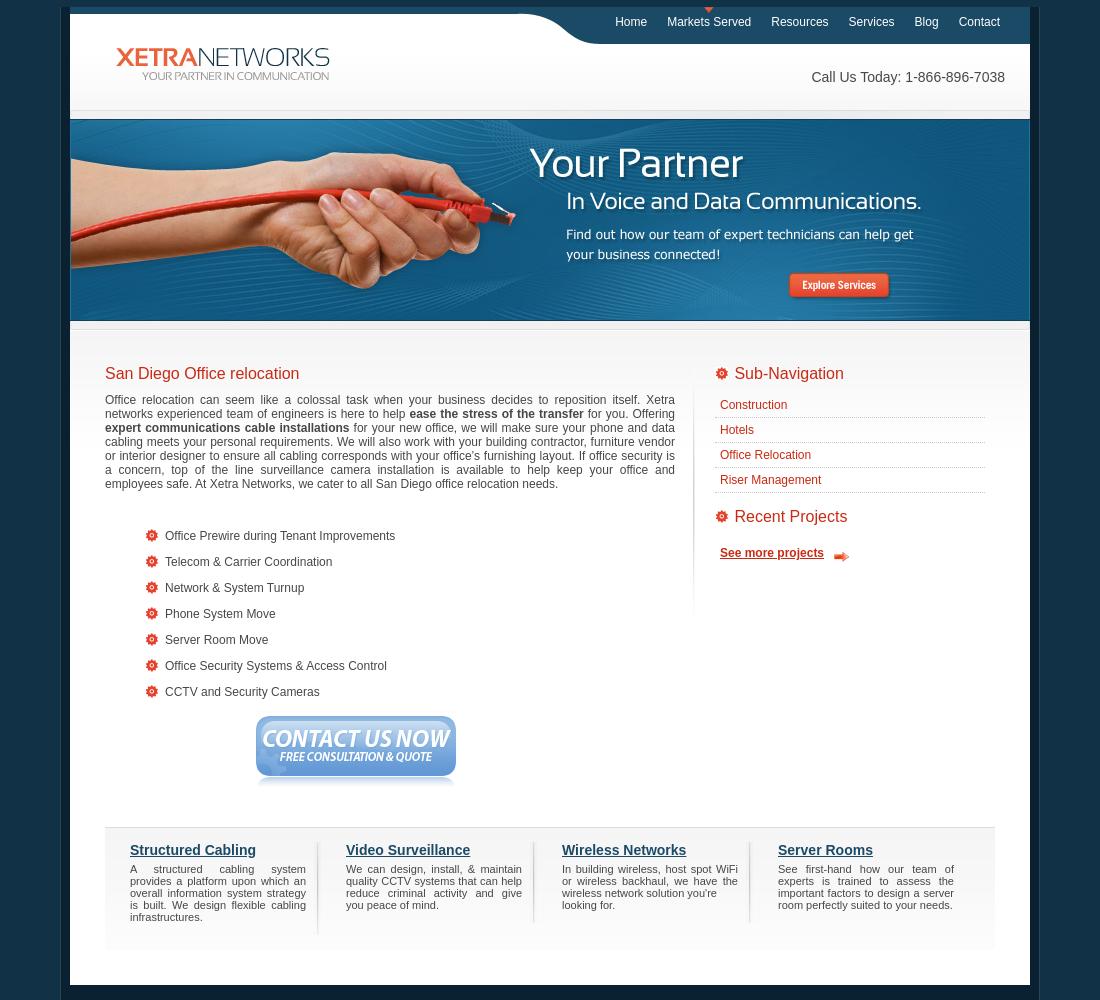 The width and height of the screenshot is (1100, 1000). What do you see at coordinates (164, 535) in the screenshot?
I see `'Office Prewire during Tenant Improvements'` at bounding box center [164, 535].